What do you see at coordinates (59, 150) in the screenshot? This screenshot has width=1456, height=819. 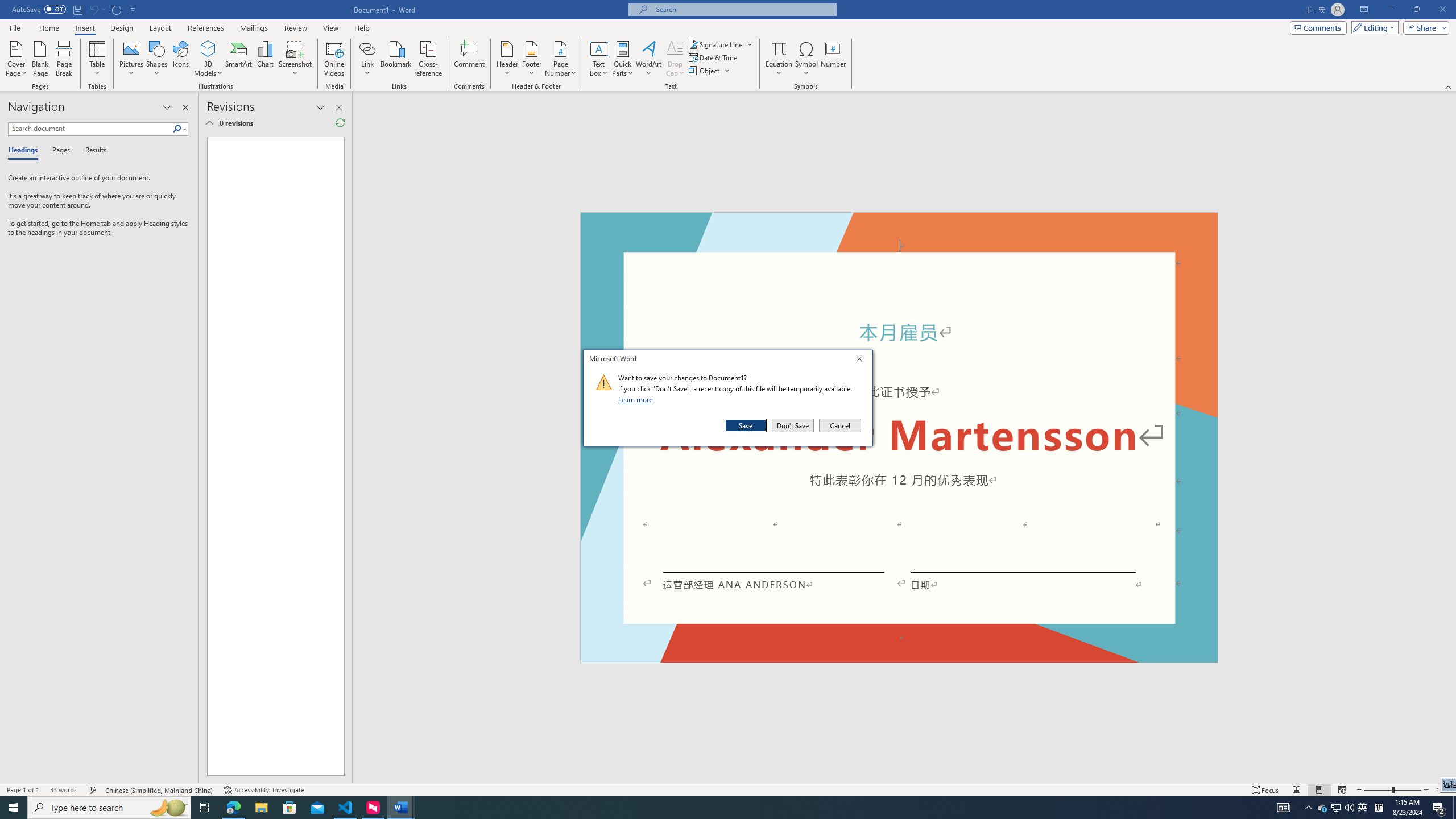 I see `'Pages'` at bounding box center [59, 150].